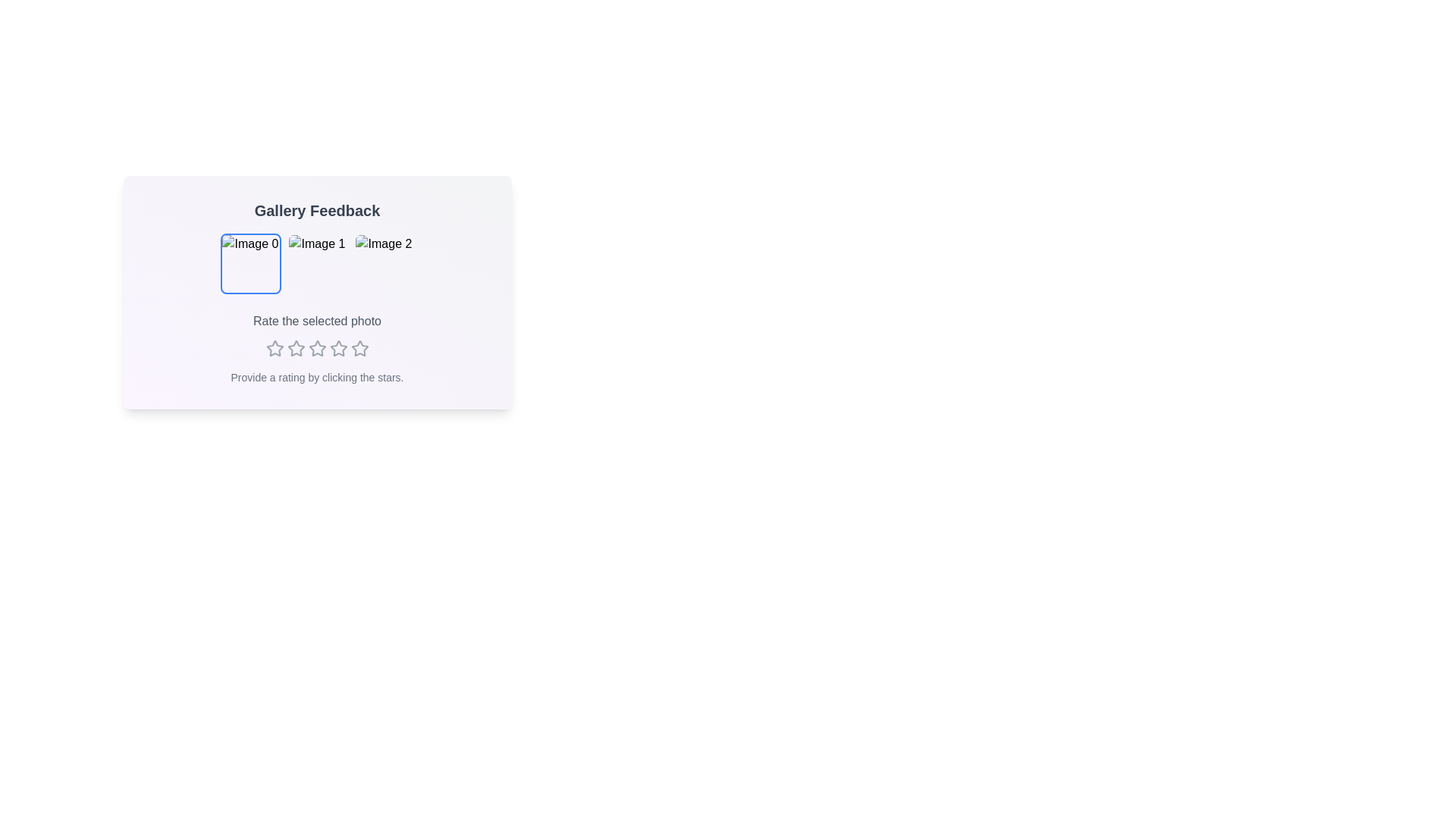 The image size is (1456, 819). What do you see at coordinates (316, 262) in the screenshot?
I see `the second selectable image option in the horizontal collection` at bounding box center [316, 262].